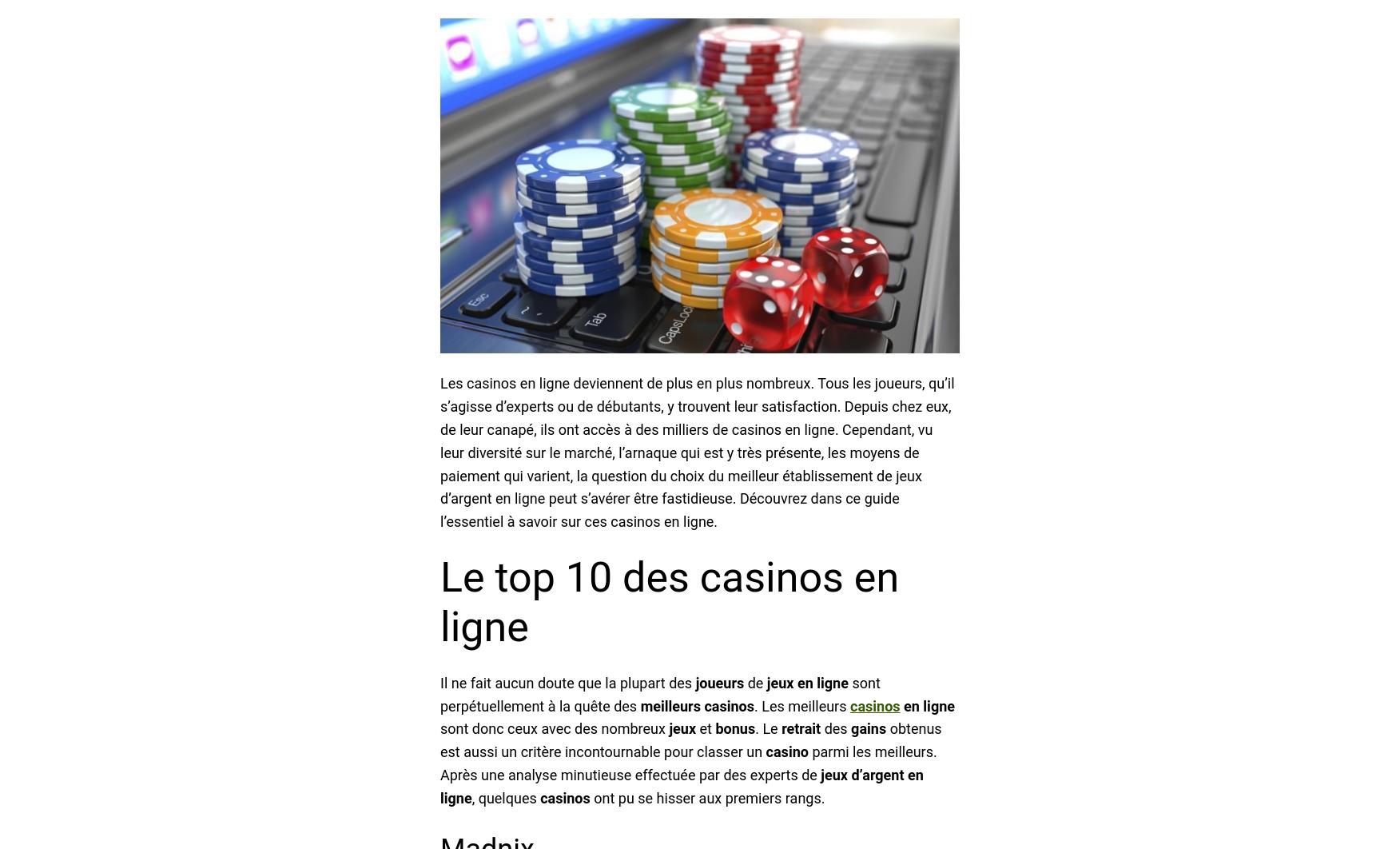 The image size is (1400, 849). I want to click on 'joueurs', so click(719, 681).